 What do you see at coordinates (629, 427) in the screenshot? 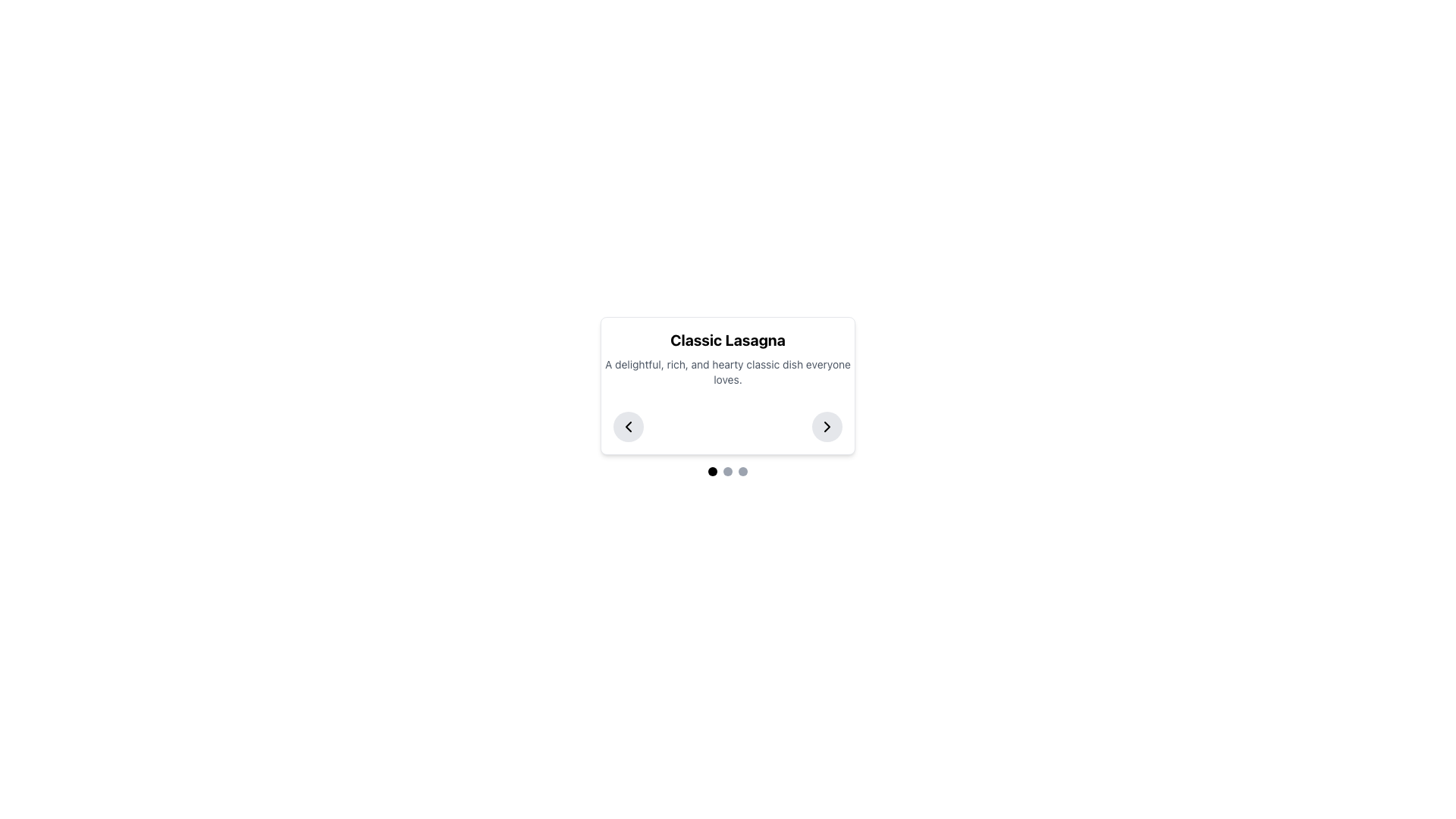
I see `the left navigation button in the carousel` at bounding box center [629, 427].